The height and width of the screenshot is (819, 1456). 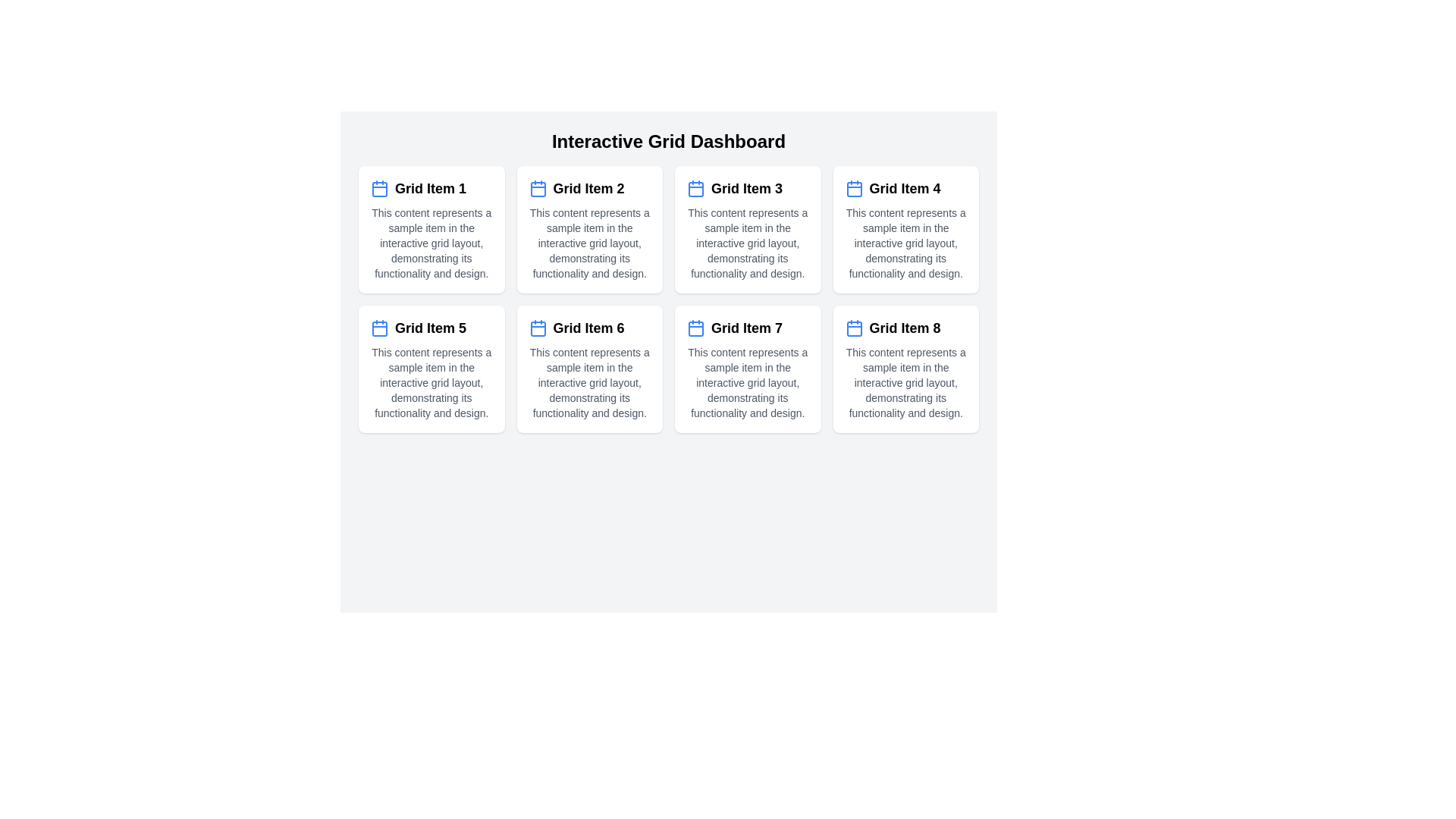 What do you see at coordinates (429, 327) in the screenshot?
I see `text from the Text Label displaying 'Grid Item 5', which is styled in bold and larger size, located in the first position of the second row of a grid layout` at bounding box center [429, 327].